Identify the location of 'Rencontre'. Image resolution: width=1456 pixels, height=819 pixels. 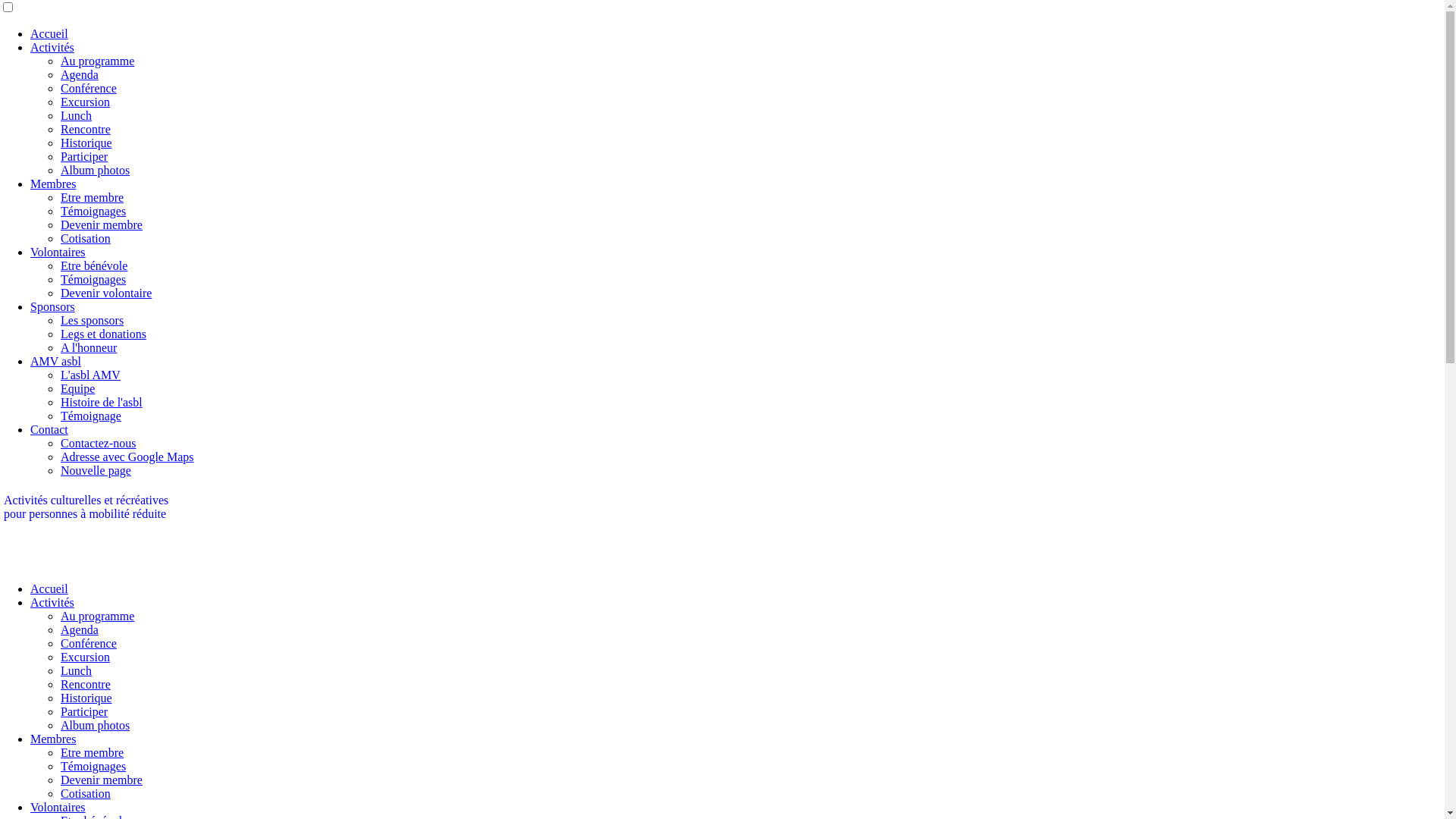
(61, 128).